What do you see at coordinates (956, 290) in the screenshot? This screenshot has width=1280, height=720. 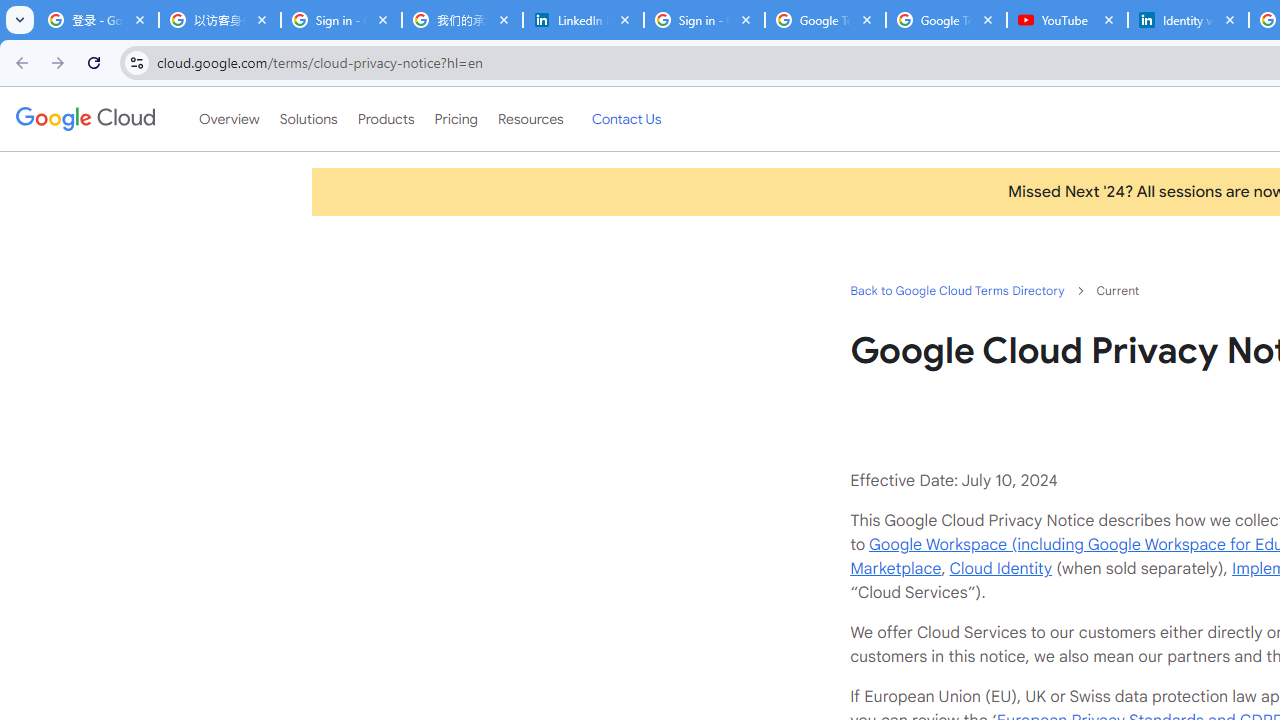 I see `'Back to Google Cloud Terms Directory'` at bounding box center [956, 290].